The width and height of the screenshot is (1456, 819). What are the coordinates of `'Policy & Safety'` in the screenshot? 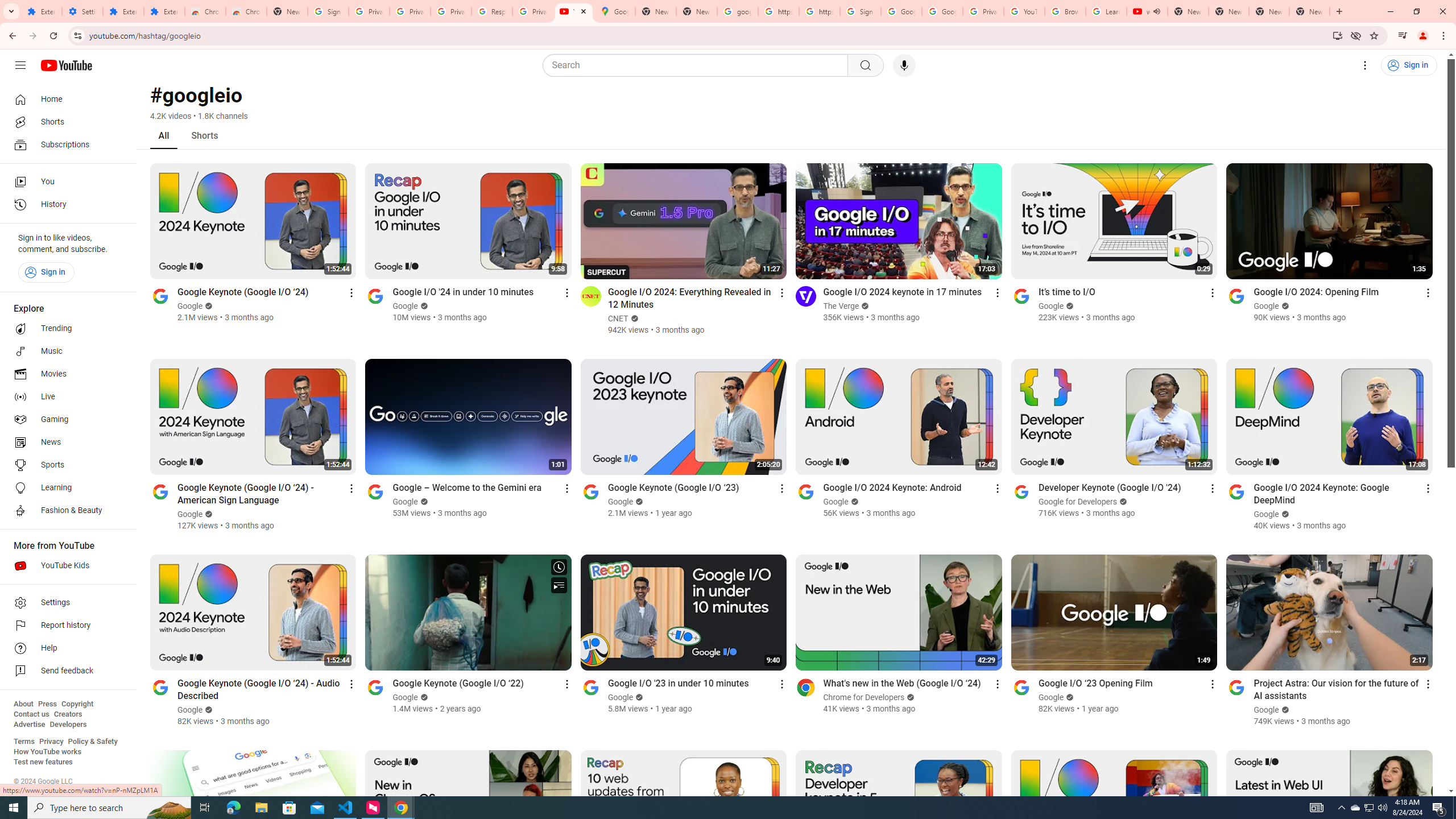 It's located at (92, 741).